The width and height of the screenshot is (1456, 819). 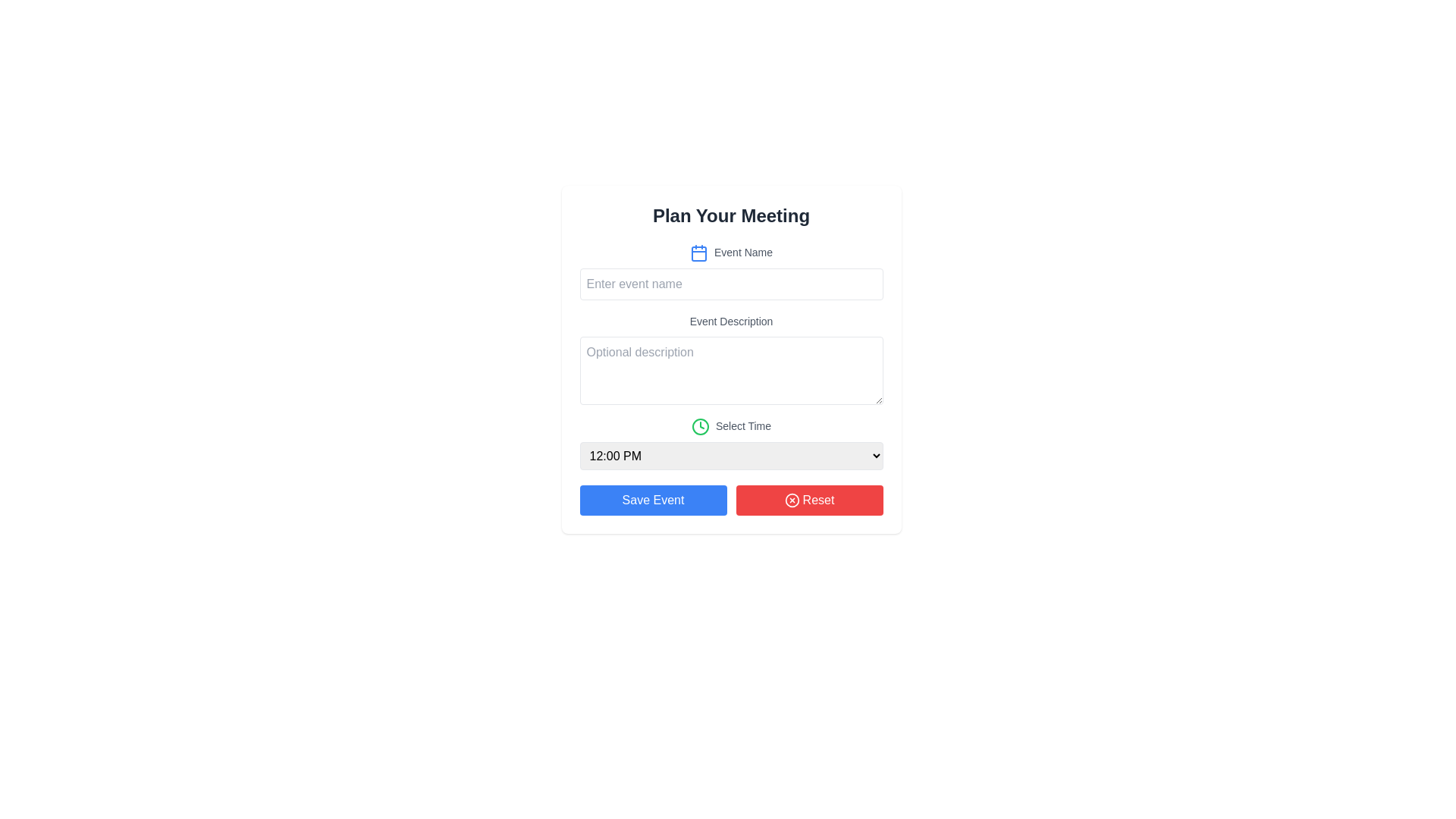 What do you see at coordinates (653, 500) in the screenshot?
I see `the leftmost button that saves the current event configuration, located towards the bottom of the layout` at bounding box center [653, 500].